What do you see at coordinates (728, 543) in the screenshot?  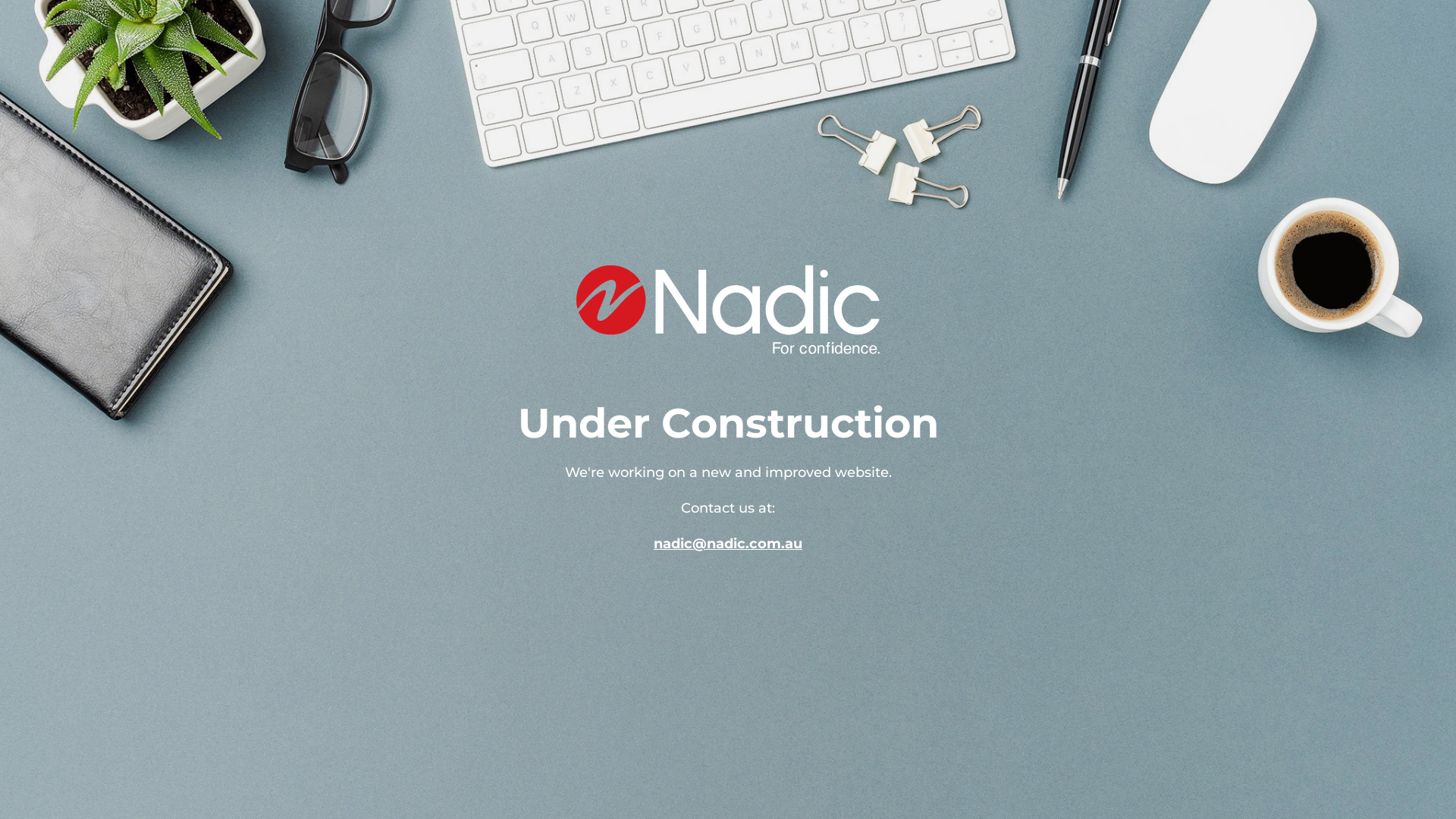 I see `'nadic@nadic.com.au'` at bounding box center [728, 543].